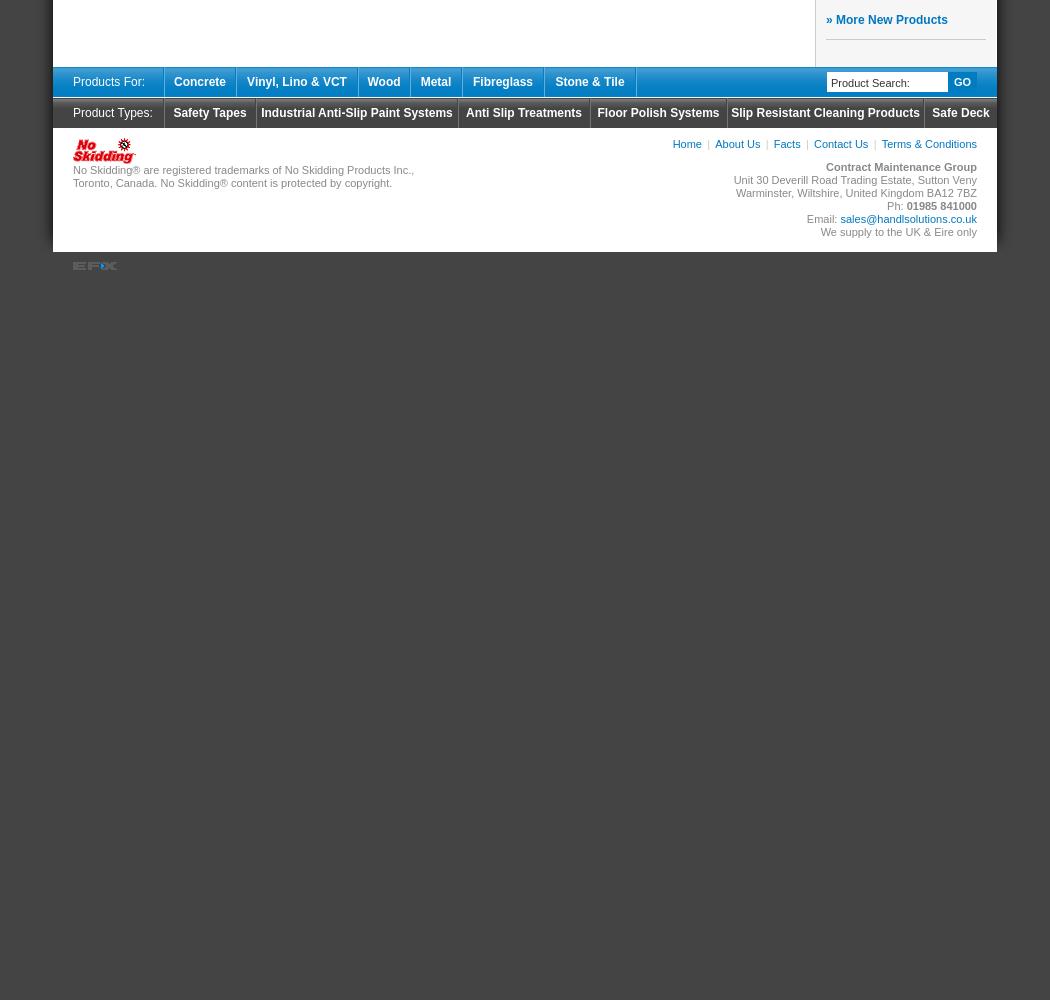 This screenshot has width=1050, height=1000. Describe the element at coordinates (823, 111) in the screenshot. I see `'Slip 
            Resistant Cleaning Products'` at that location.